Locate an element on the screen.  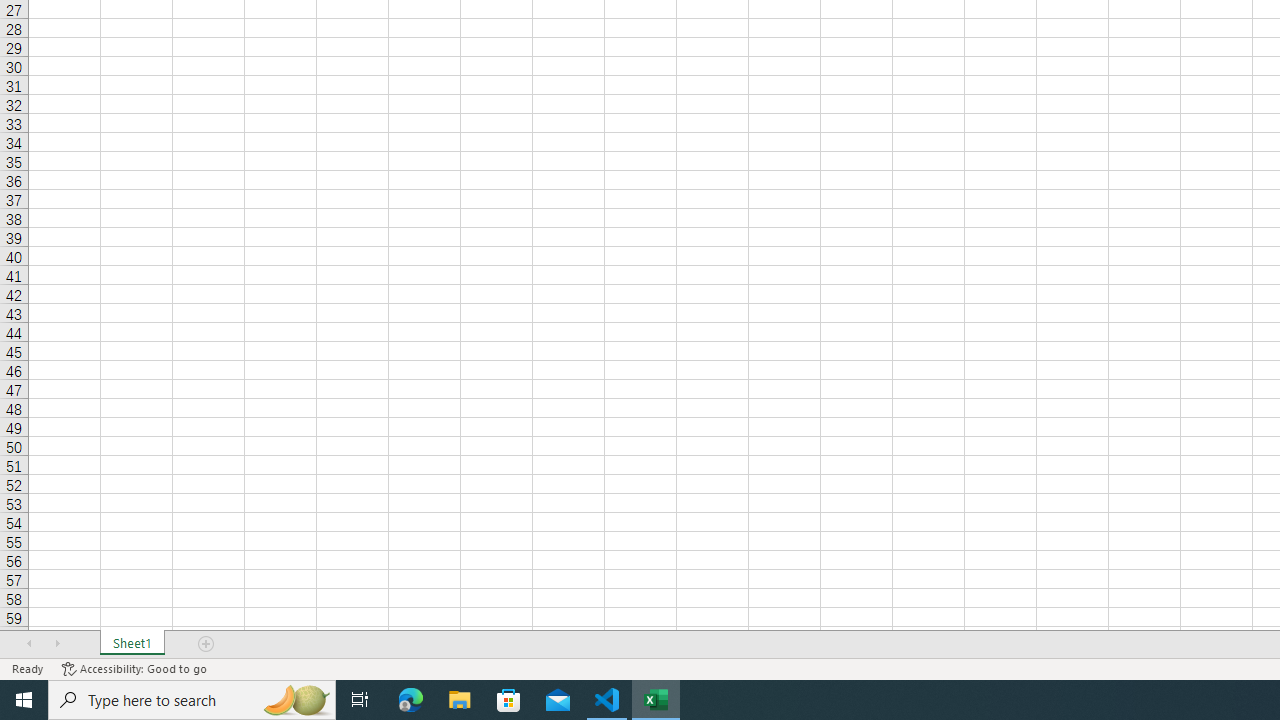
'Scroll Left' is located at coordinates (29, 644).